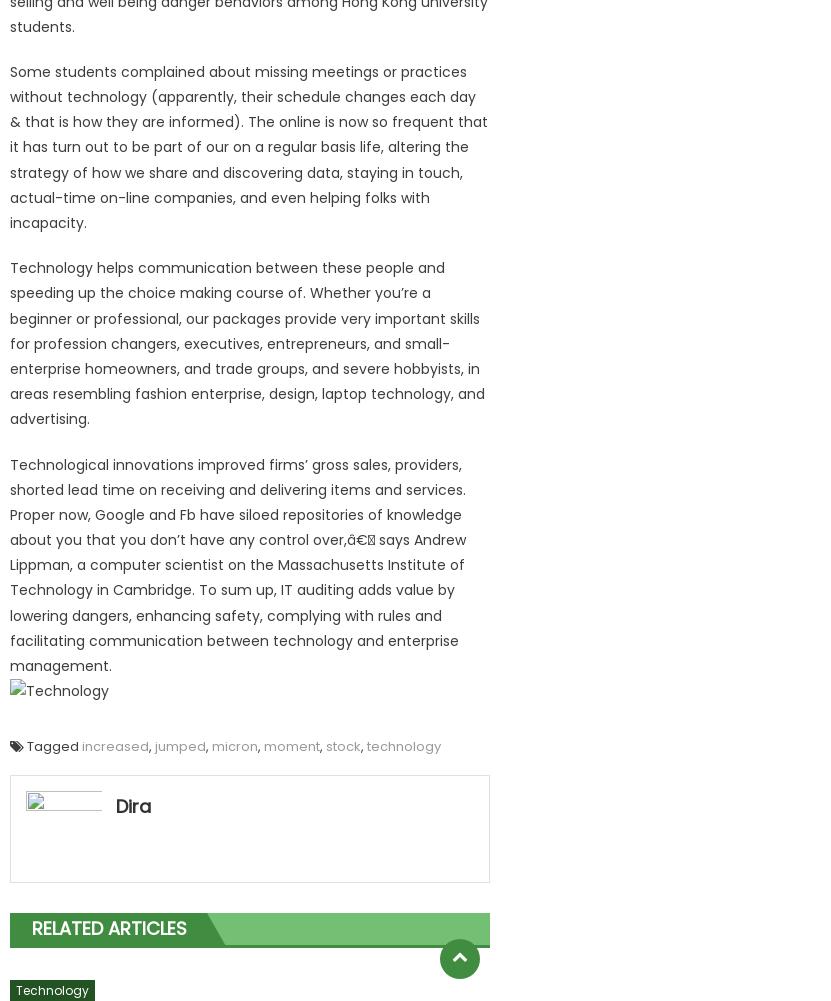 The height and width of the screenshot is (1001, 831). I want to click on 'Technology', so click(51, 989).